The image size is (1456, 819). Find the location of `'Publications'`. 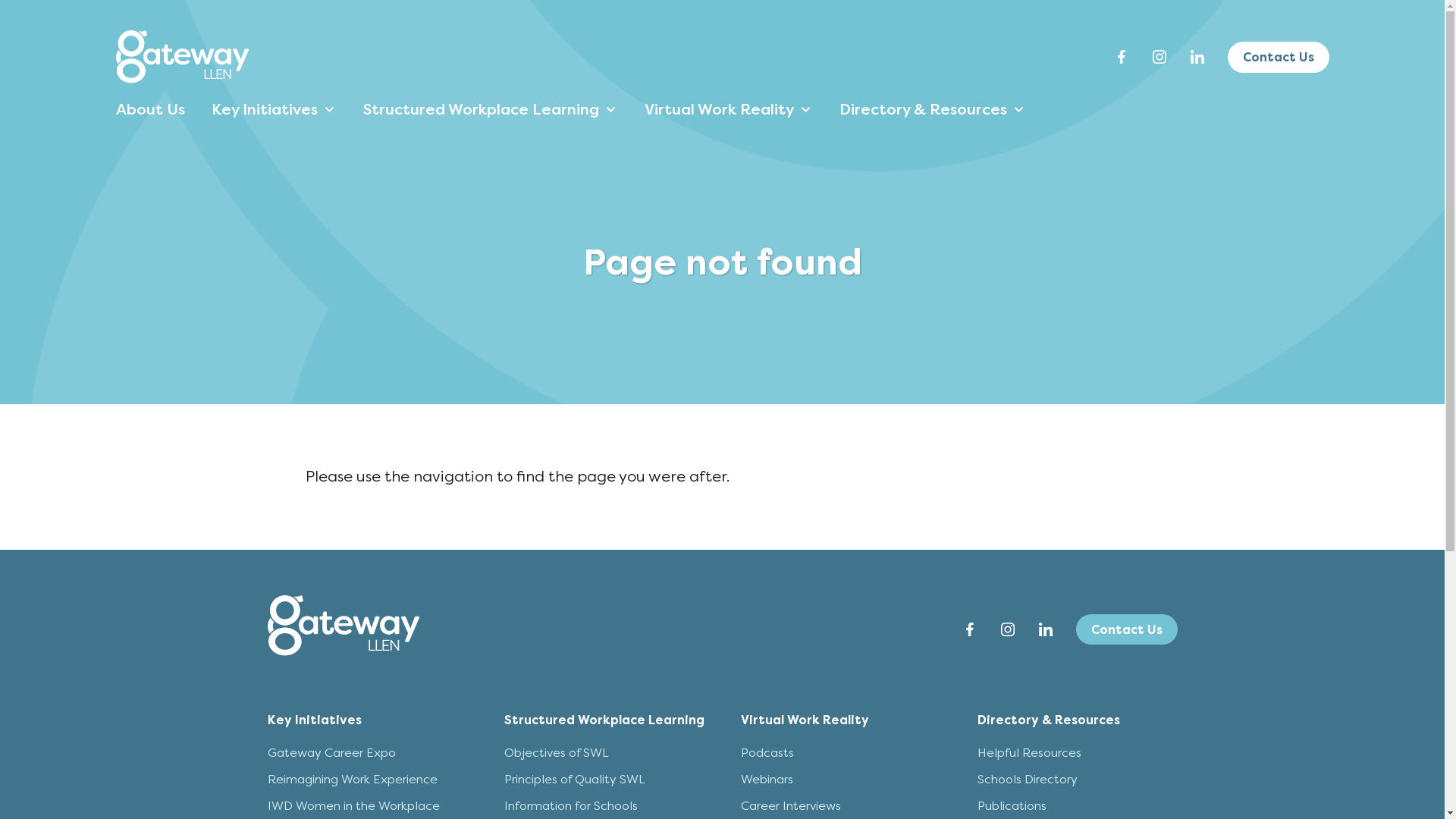

'Publications' is located at coordinates (976, 805).